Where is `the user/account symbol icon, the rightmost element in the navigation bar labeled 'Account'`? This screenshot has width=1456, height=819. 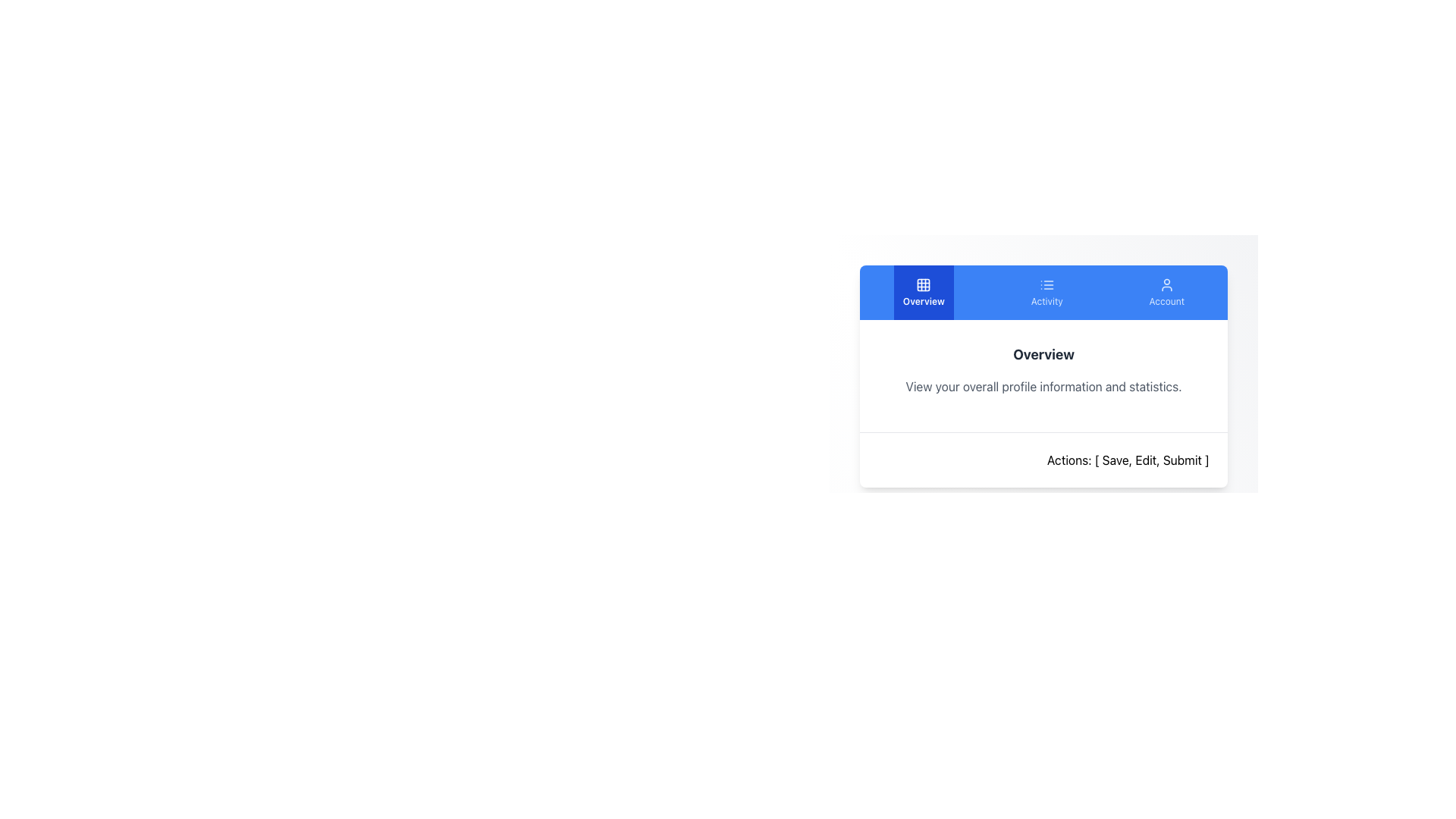
the user/account symbol icon, the rightmost element in the navigation bar labeled 'Account' is located at coordinates (1166, 284).